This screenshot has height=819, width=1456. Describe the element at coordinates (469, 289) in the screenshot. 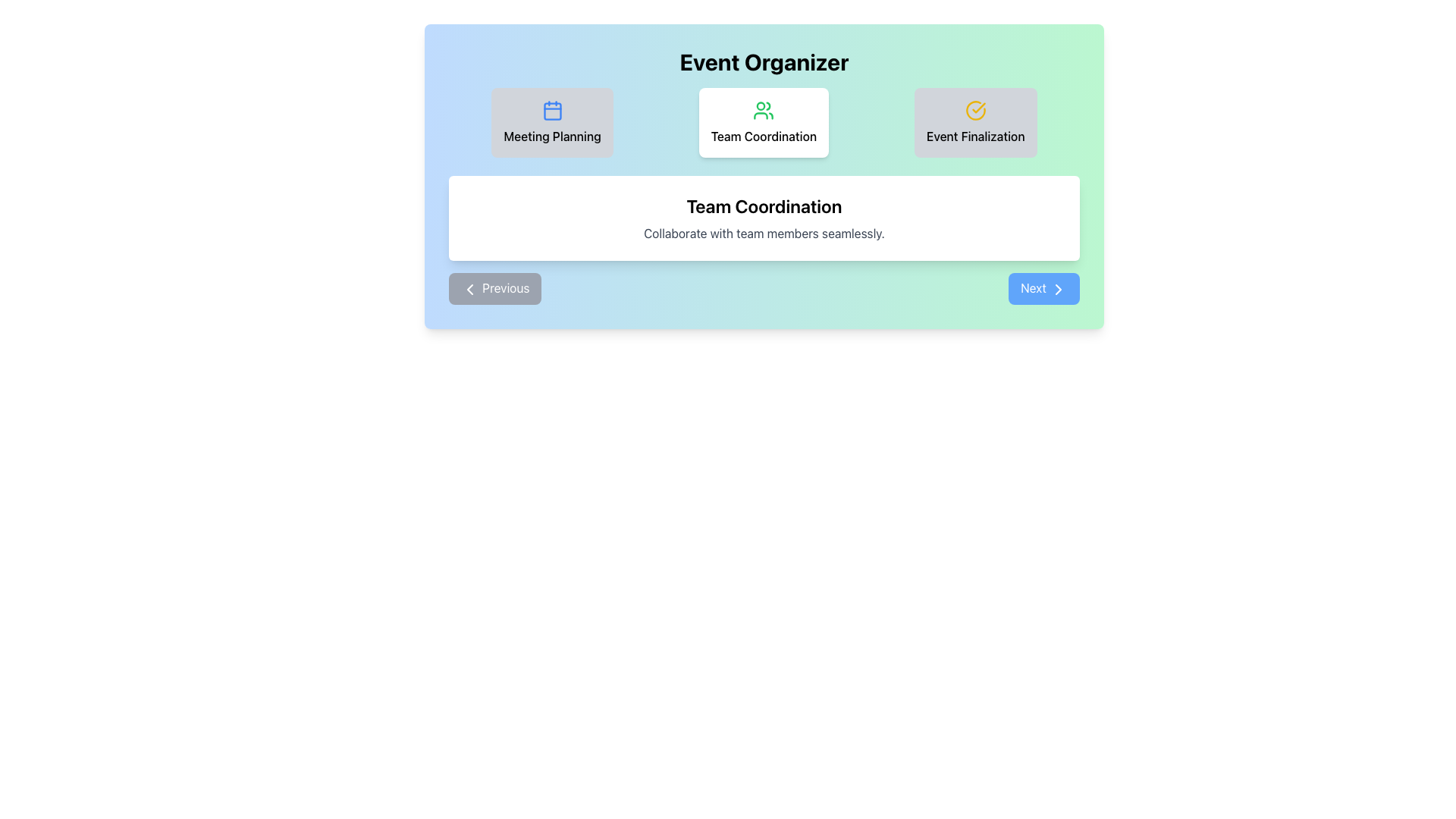

I see `the chevron arrow icon within the 'Previous' button` at that location.